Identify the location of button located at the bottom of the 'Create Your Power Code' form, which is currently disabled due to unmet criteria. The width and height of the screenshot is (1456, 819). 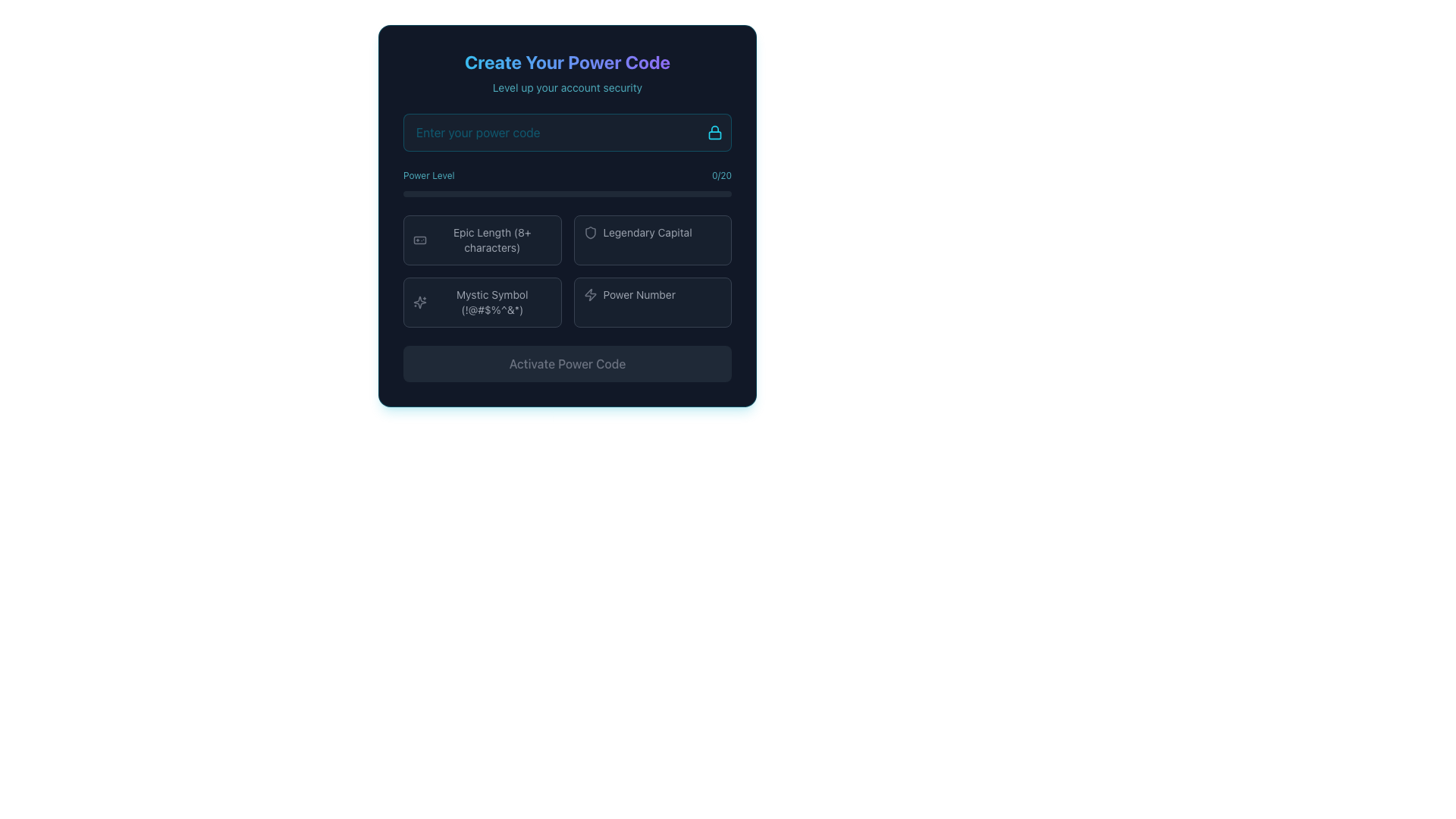
(566, 363).